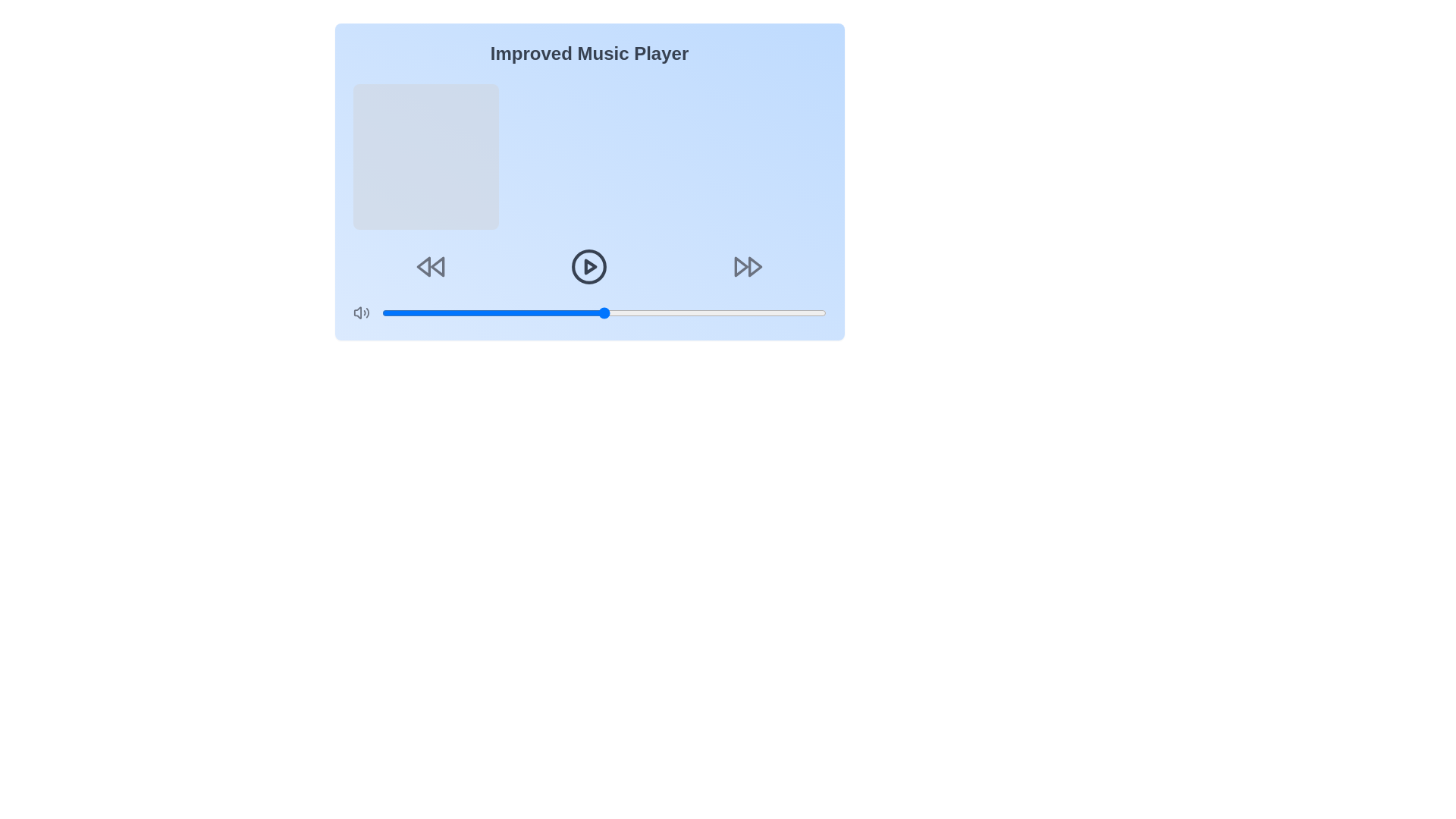  Describe the element at coordinates (554, 312) in the screenshot. I see `the slider value` at that location.